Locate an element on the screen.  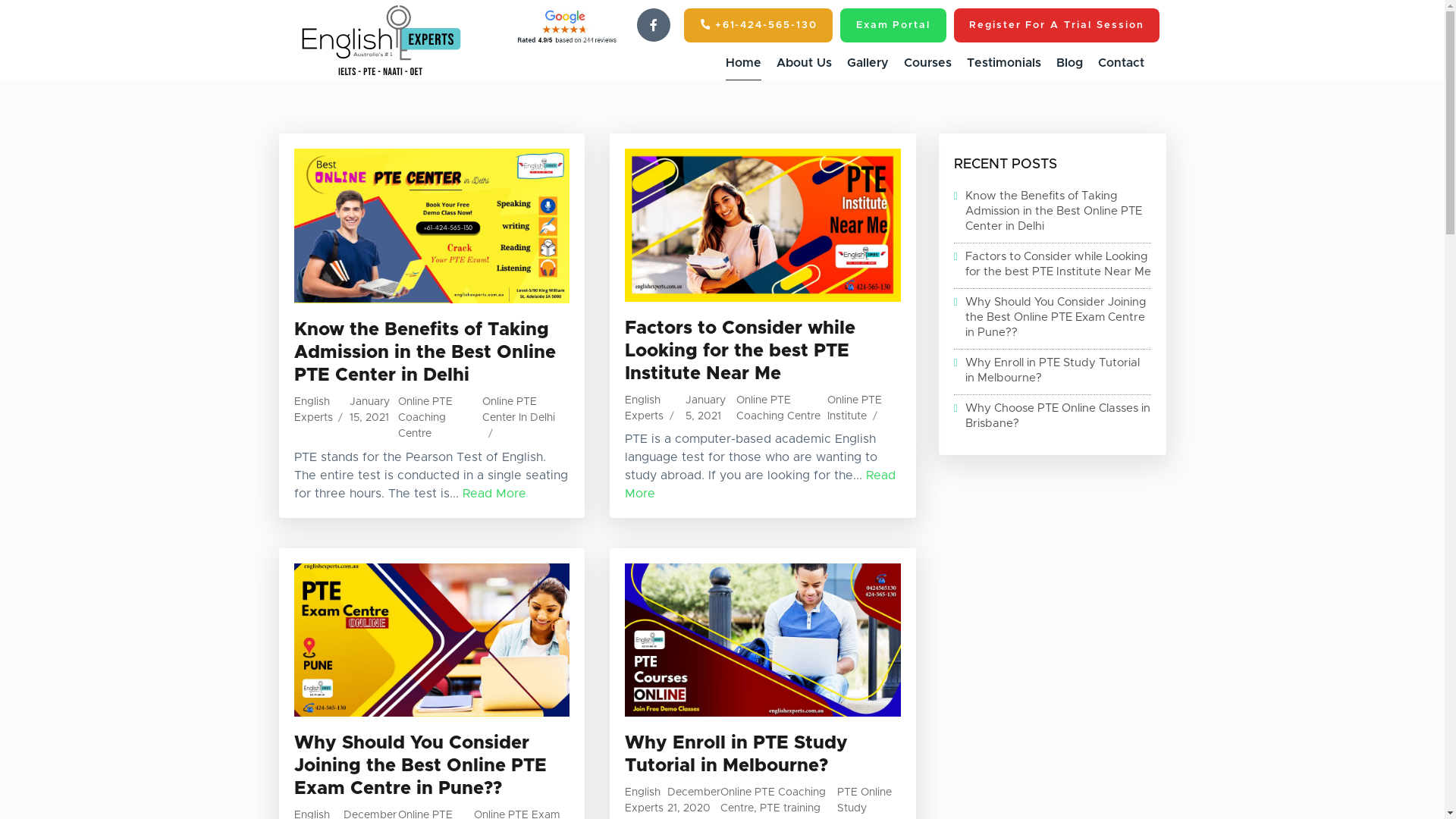
'English Experts' is located at coordinates (644, 799).